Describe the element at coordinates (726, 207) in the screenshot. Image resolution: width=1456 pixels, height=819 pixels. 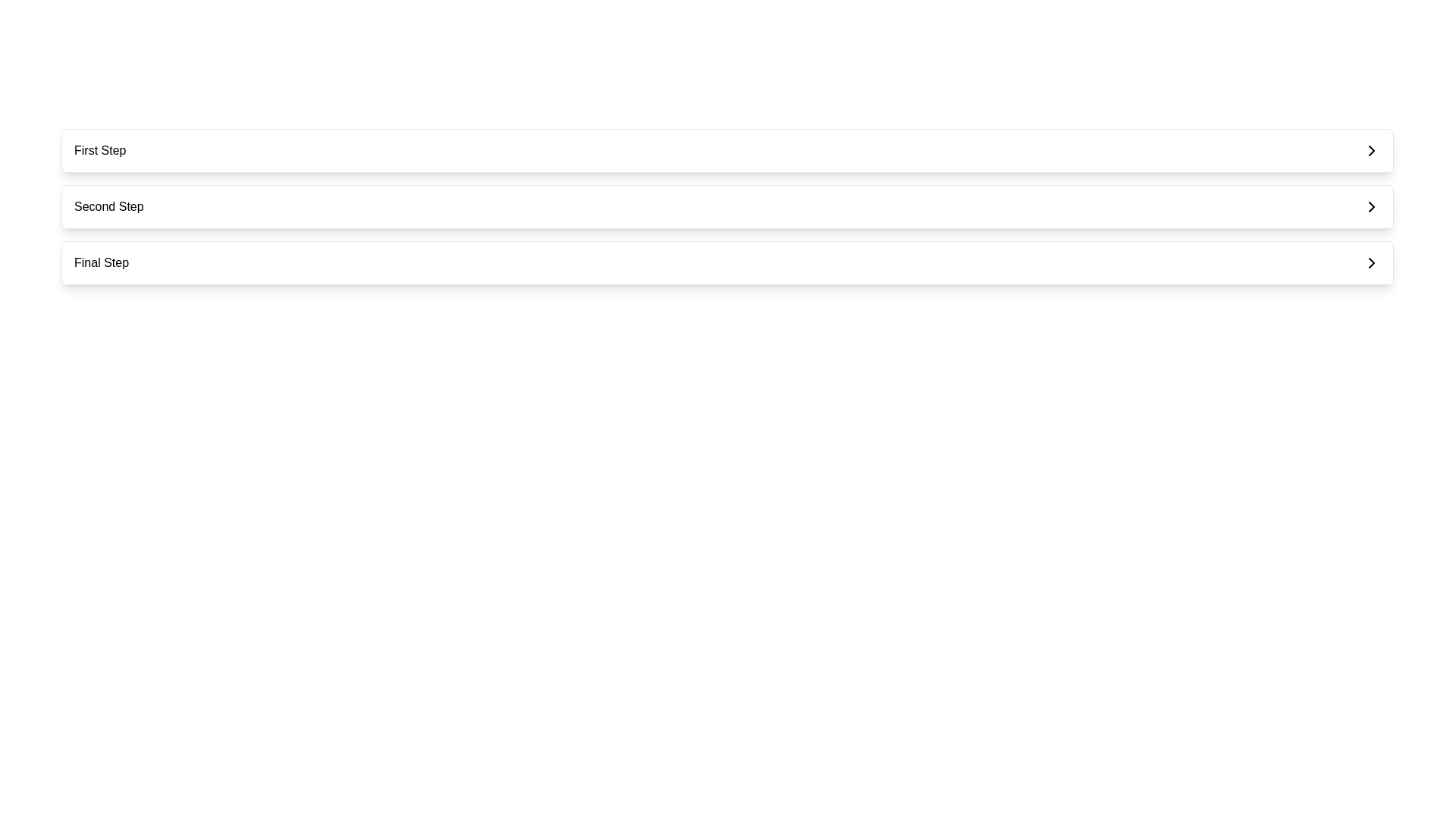
I see `the second navigation row labeled 'Second Step'` at that location.